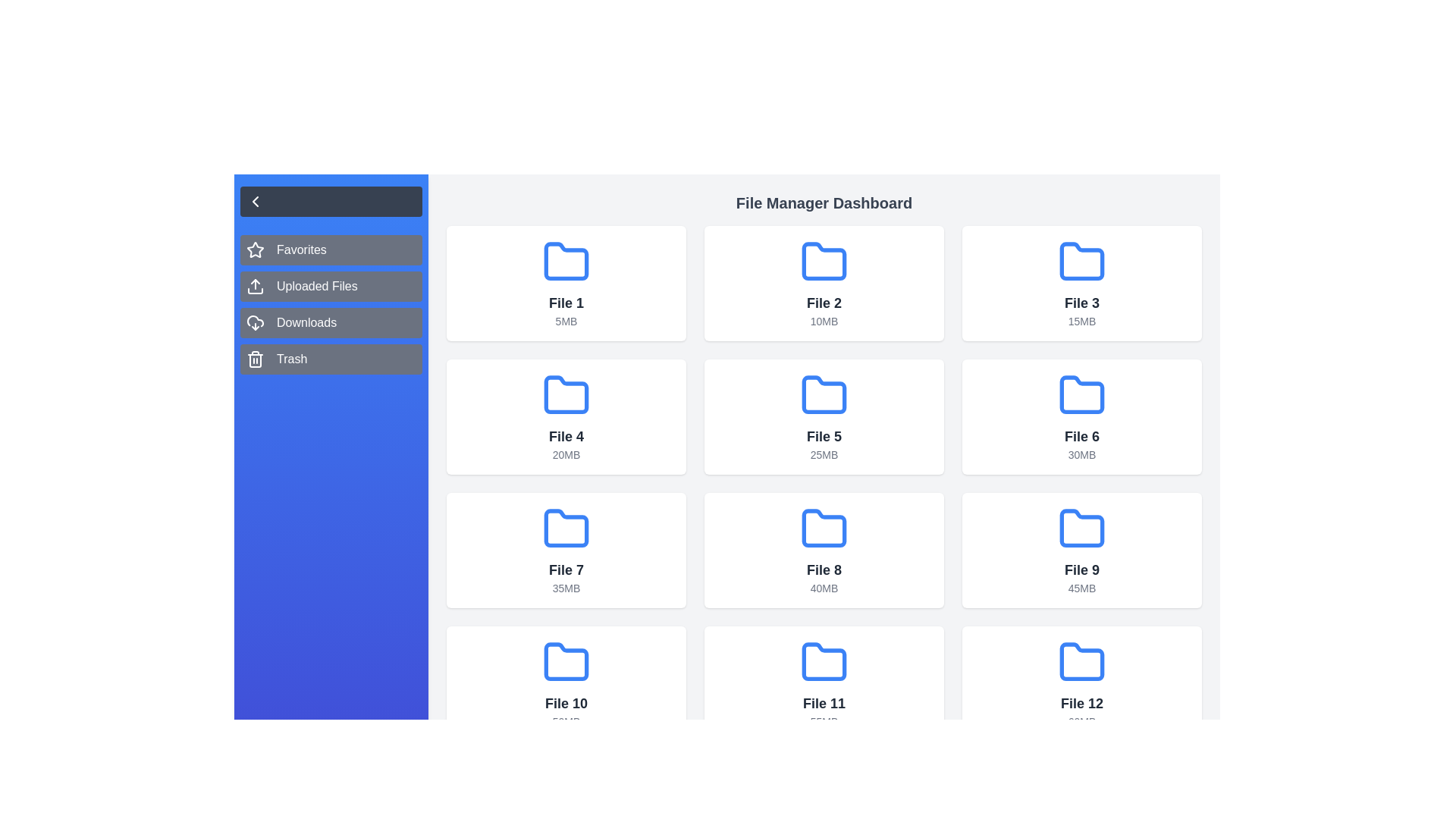 This screenshot has height=819, width=1456. Describe the element at coordinates (330, 359) in the screenshot. I see `the category Trash from the sidebar menu` at that location.